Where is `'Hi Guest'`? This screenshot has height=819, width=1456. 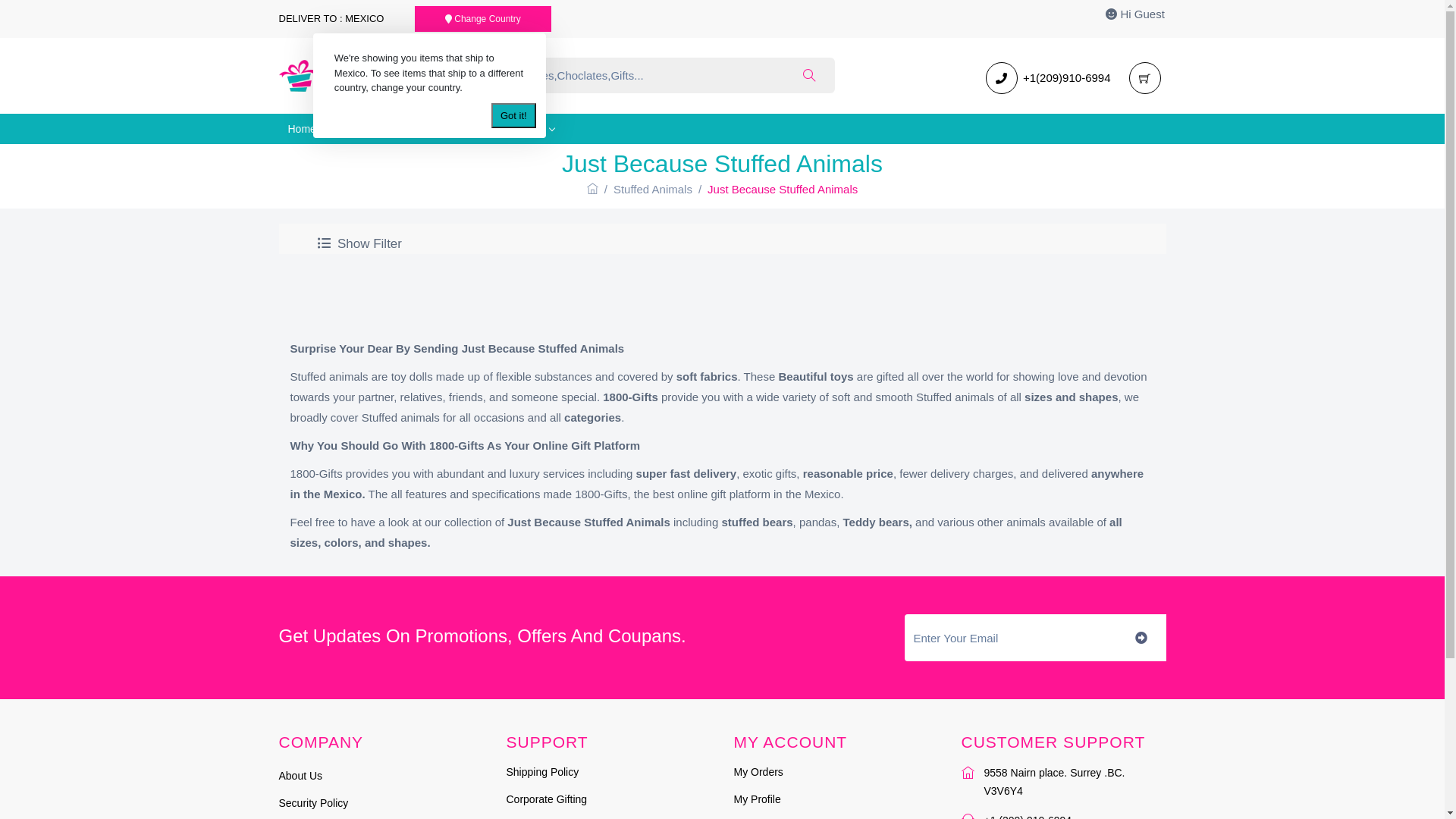
'Hi Guest' is located at coordinates (1135, 14).